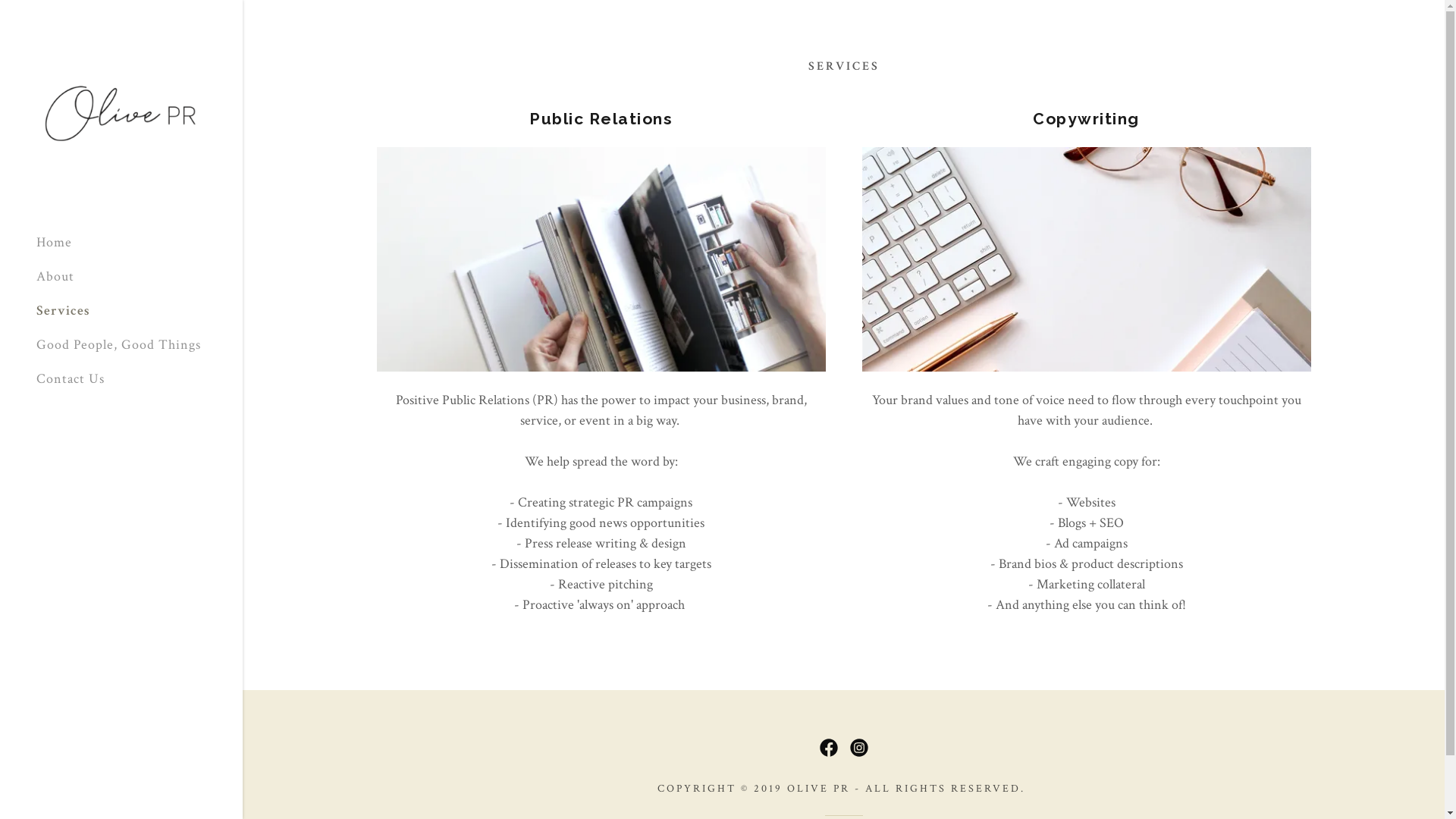 This screenshot has height=819, width=1456. I want to click on 'About', so click(36, 276).